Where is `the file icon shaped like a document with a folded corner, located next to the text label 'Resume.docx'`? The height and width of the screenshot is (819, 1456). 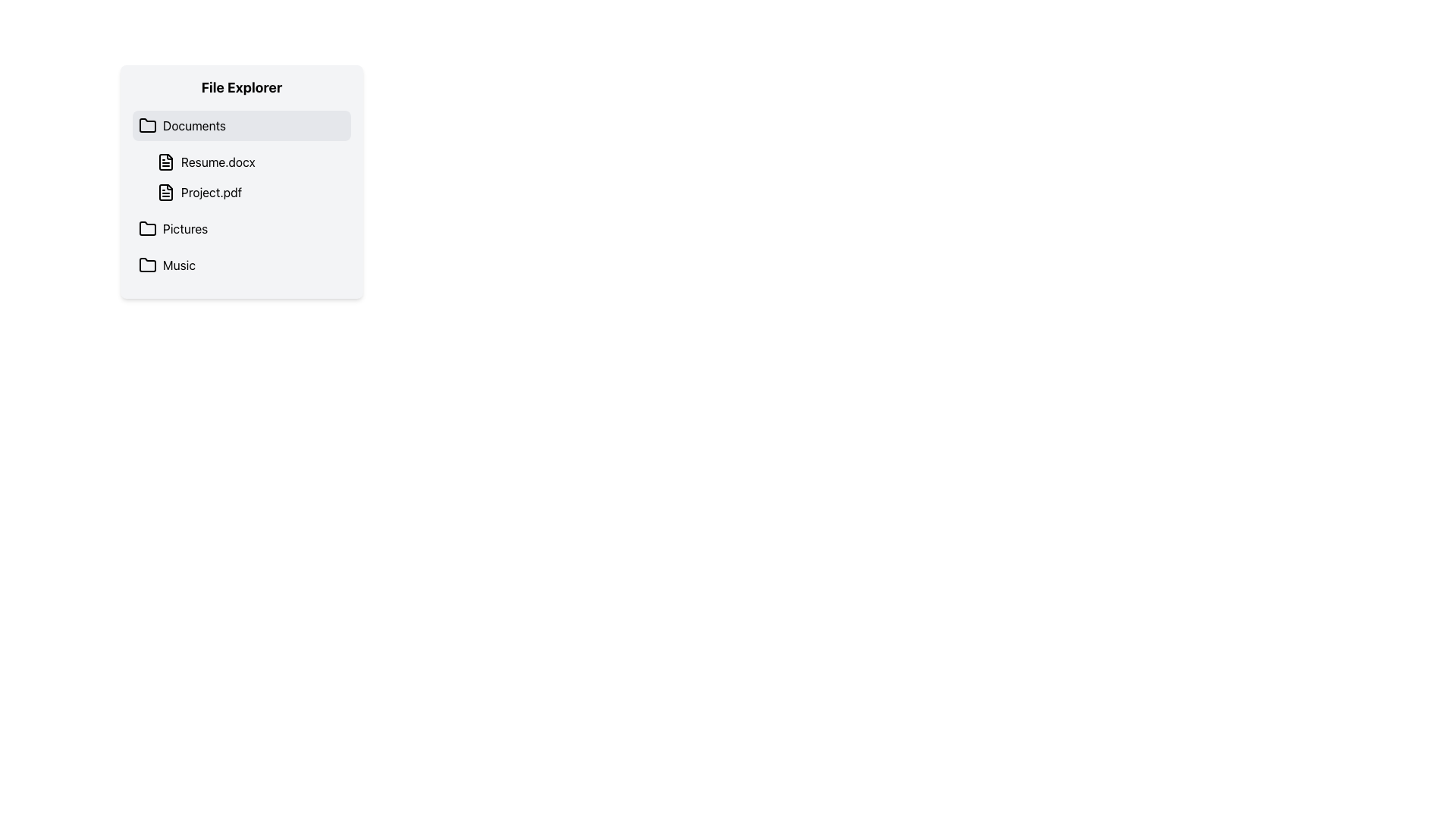
the file icon shaped like a document with a folded corner, located next to the text label 'Resume.docx' is located at coordinates (166, 162).